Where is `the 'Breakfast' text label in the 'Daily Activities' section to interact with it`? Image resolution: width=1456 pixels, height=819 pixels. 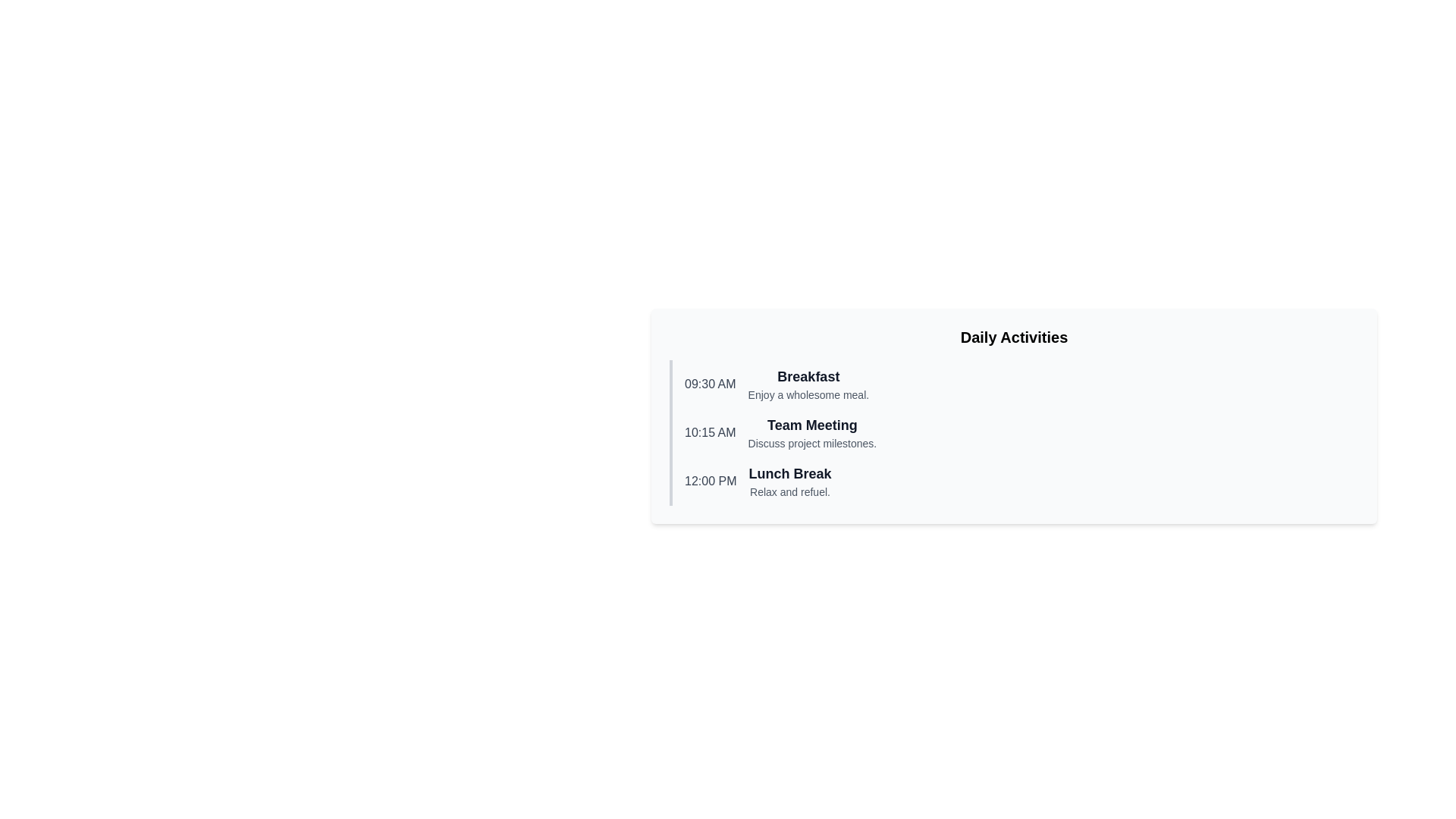
the 'Breakfast' text label in the 'Daily Activities' section to interact with it is located at coordinates (808, 376).